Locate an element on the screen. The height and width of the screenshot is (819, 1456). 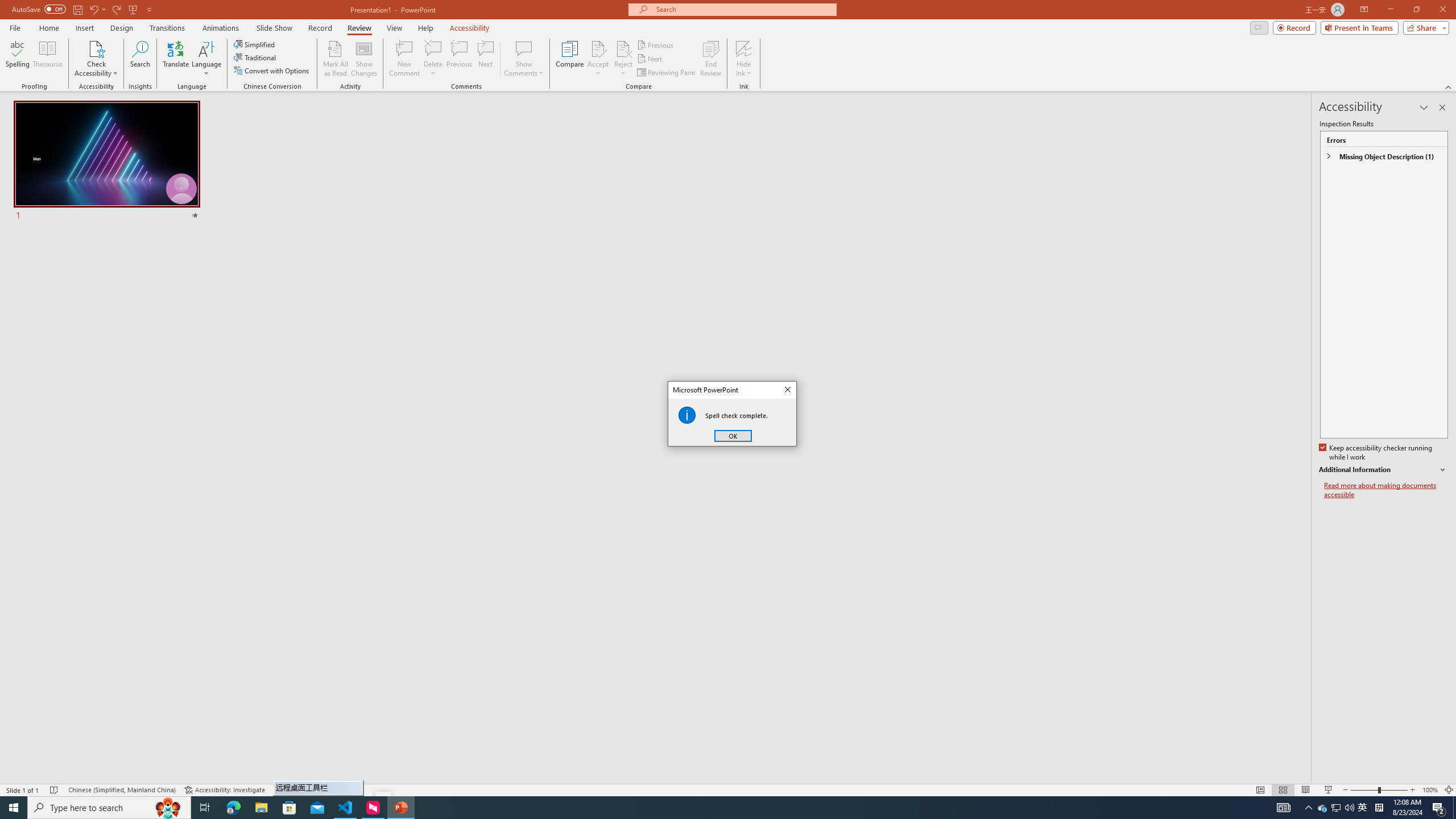
'Accept' is located at coordinates (598, 59).